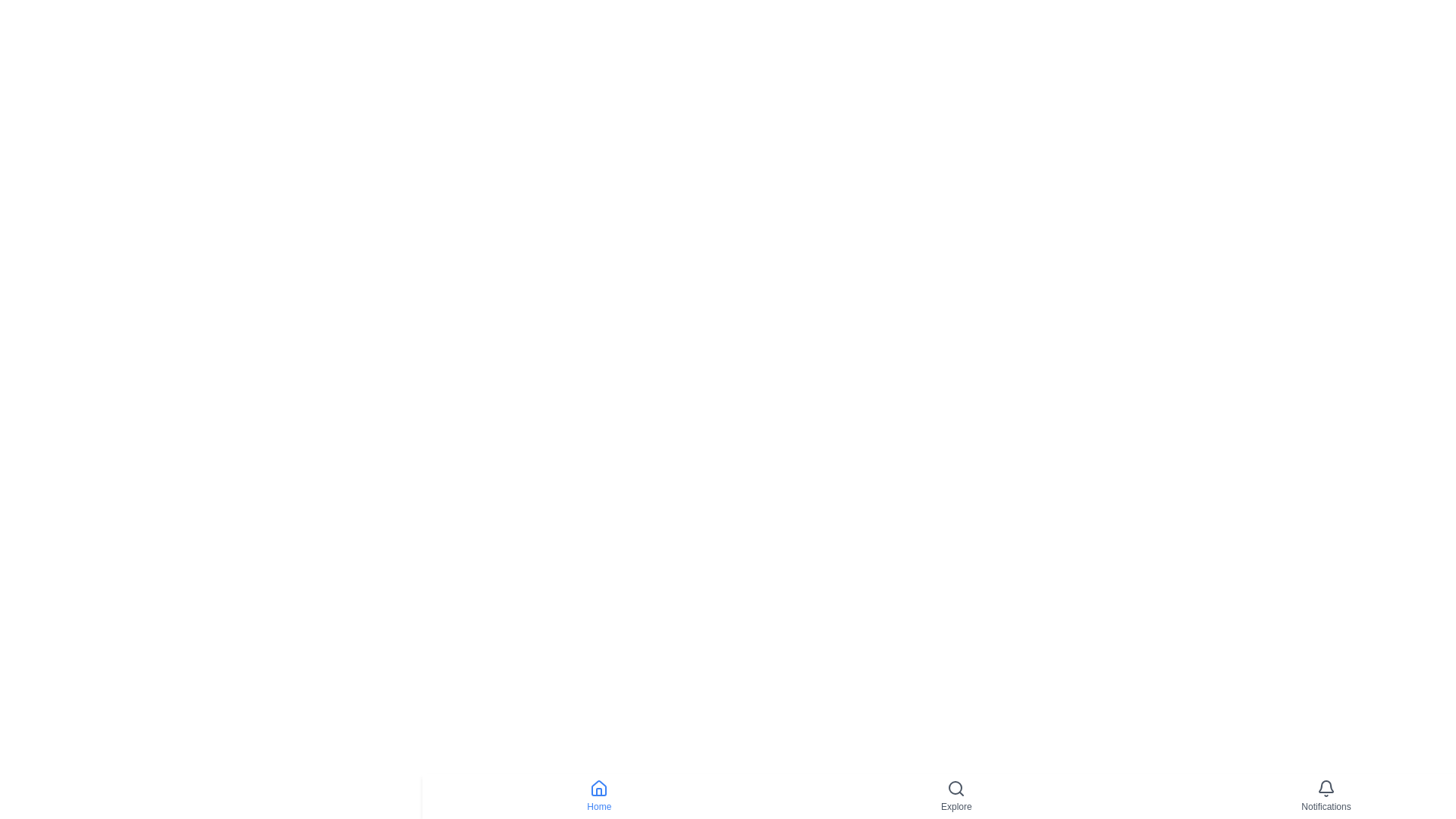 The height and width of the screenshot is (819, 1456). Describe the element at coordinates (1325, 795) in the screenshot. I see `the Navigation button, which is the third interactive item in the bottom navigation bar, to potentially view a tooltip` at that location.